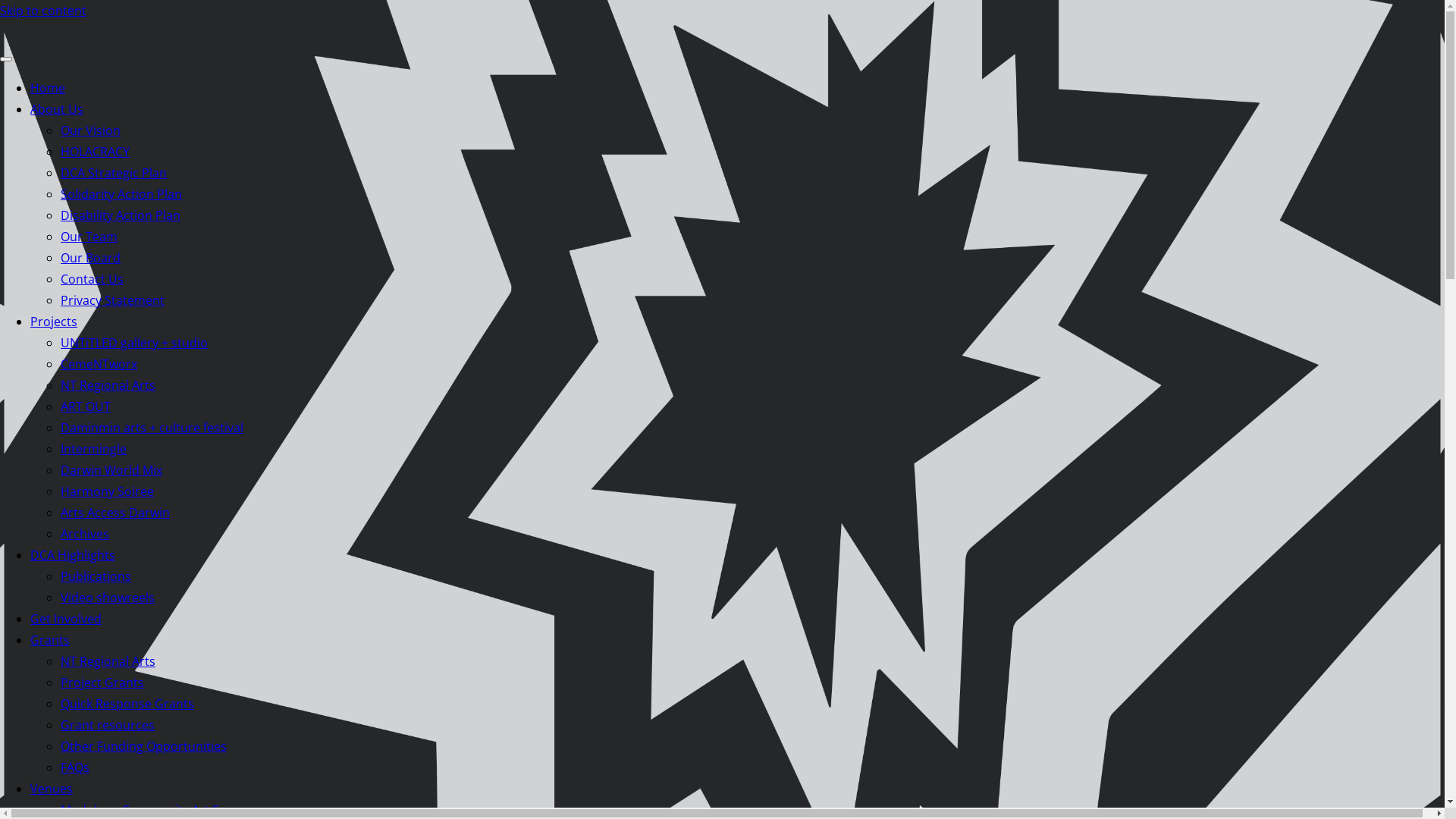 The width and height of the screenshot is (1456, 819). What do you see at coordinates (47, 87) in the screenshot?
I see `'Home'` at bounding box center [47, 87].